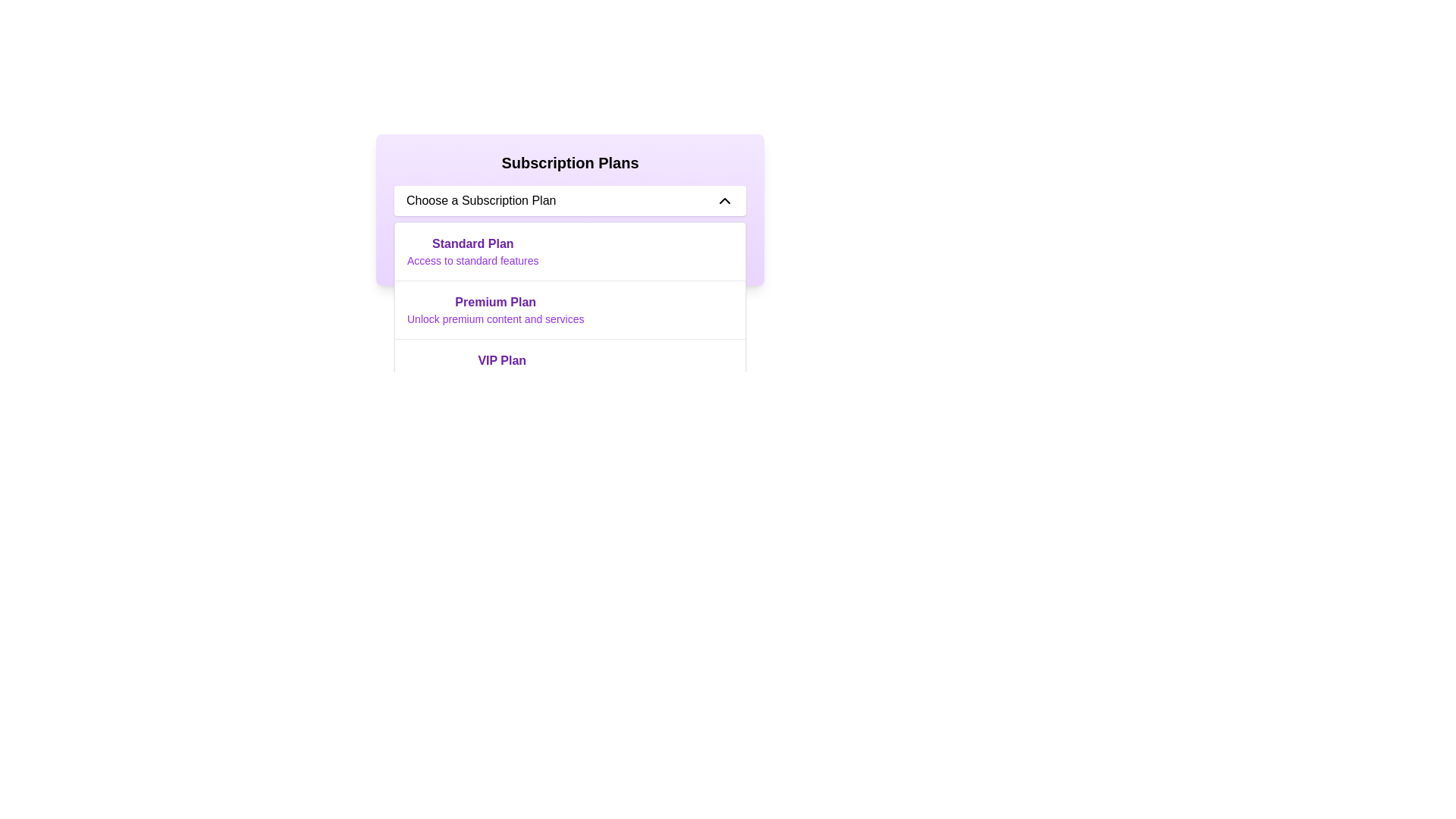 The width and height of the screenshot is (1456, 819). I want to click on the text label displaying 'Access to standard features', which is styled with a smaller font size and purple color, located directly below the 'Standard Plan' title in the dropdown menu, so click(472, 259).